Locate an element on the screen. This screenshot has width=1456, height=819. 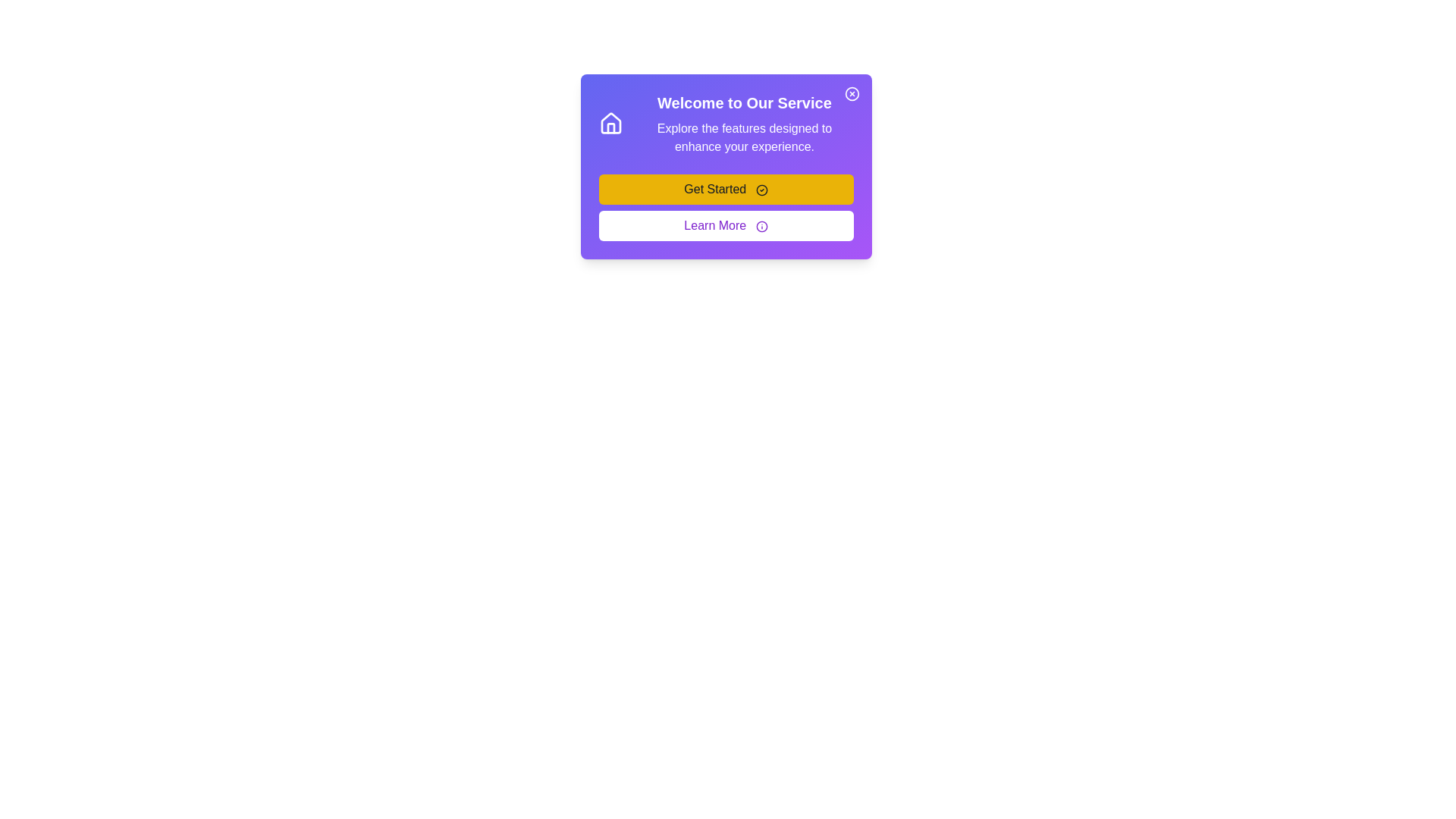
the circular yellow icon with a dark border located at the center of the 'Get Started' button in the modal panel is located at coordinates (761, 189).